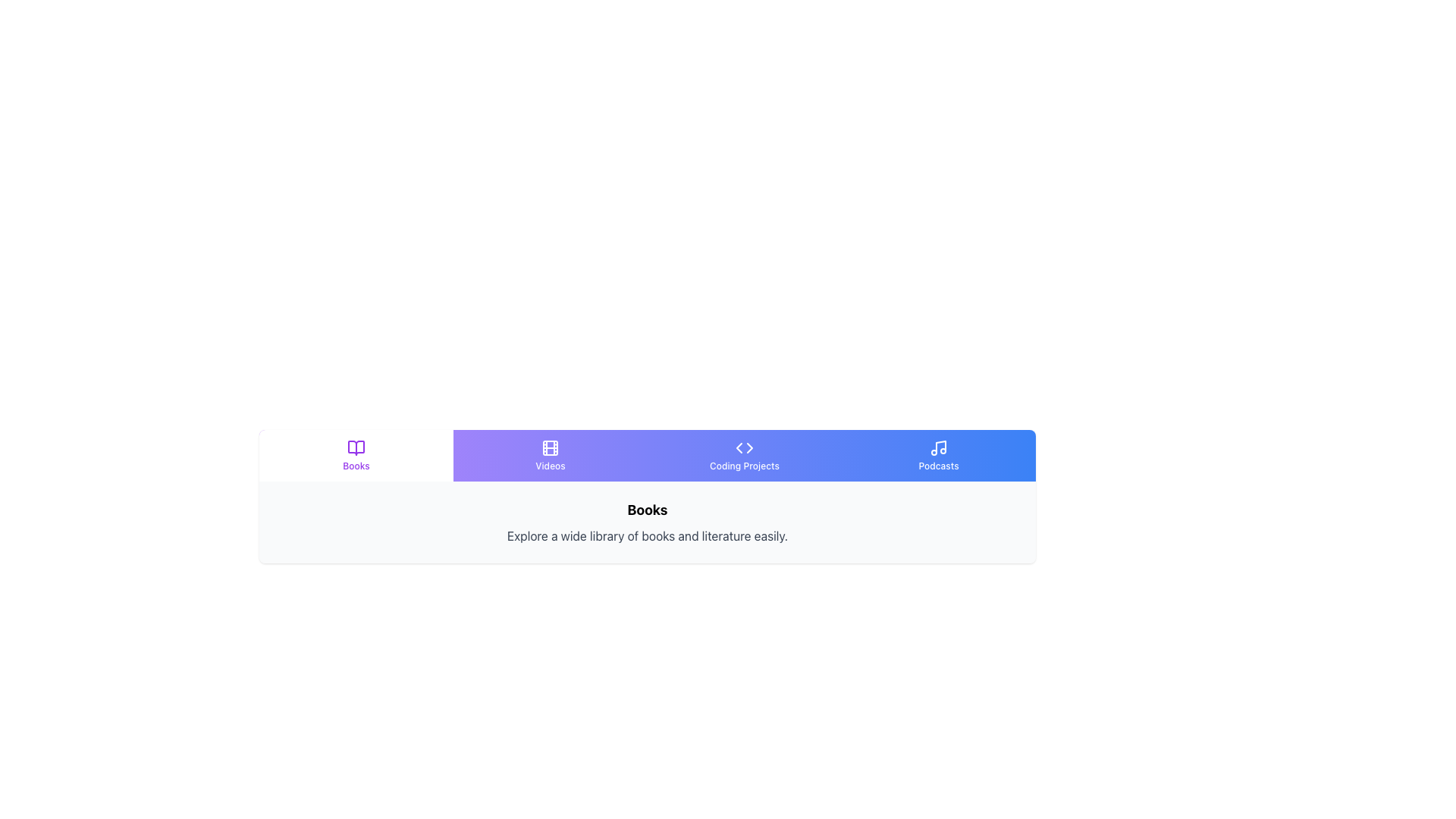 This screenshot has height=819, width=1456. Describe the element at coordinates (648, 522) in the screenshot. I see `the Text block that serves as a title and description for the 'Books' category, positioned centrally below the navigation bar` at that location.